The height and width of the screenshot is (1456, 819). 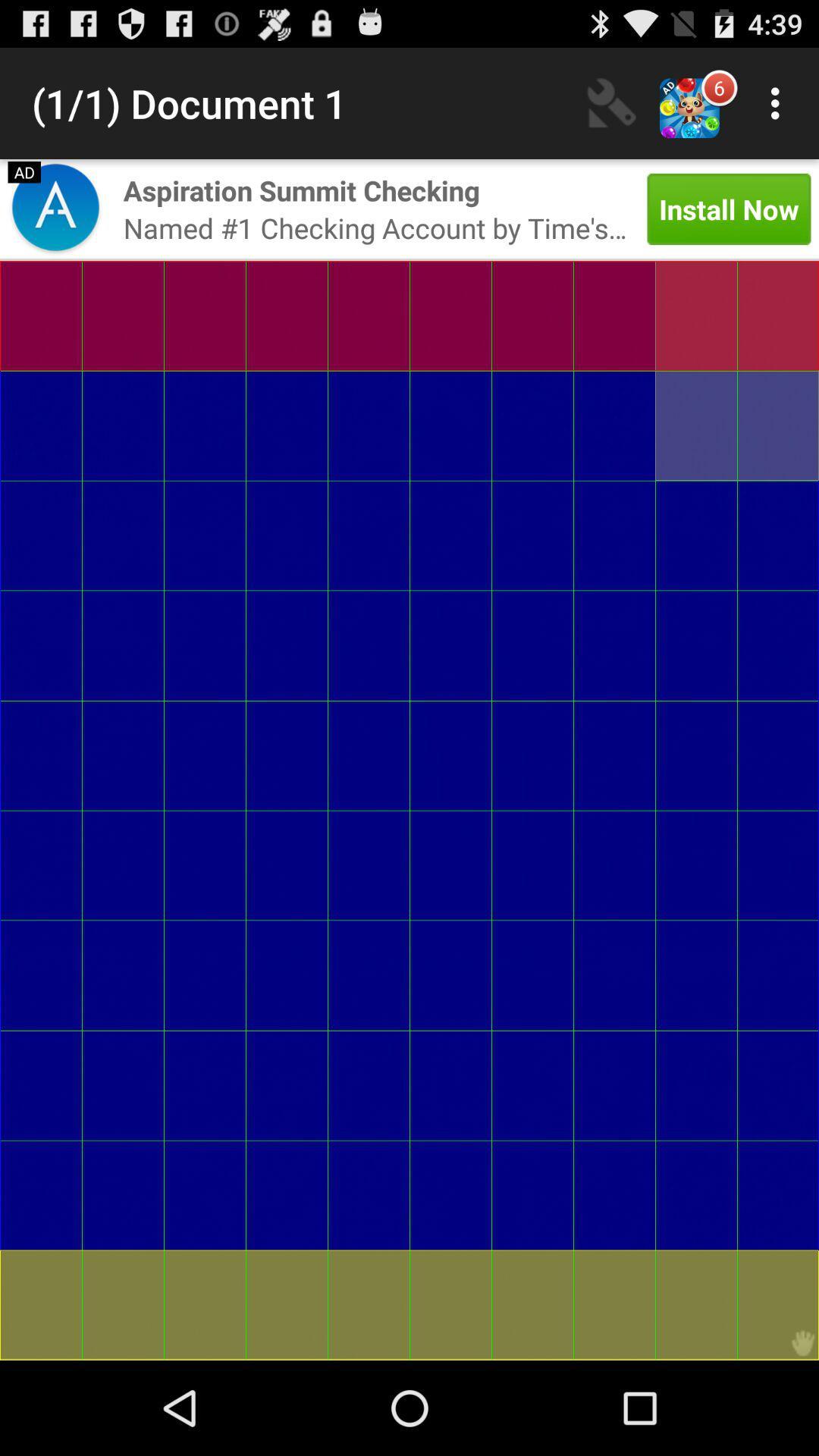 What do you see at coordinates (728, 208) in the screenshot?
I see `install now` at bounding box center [728, 208].